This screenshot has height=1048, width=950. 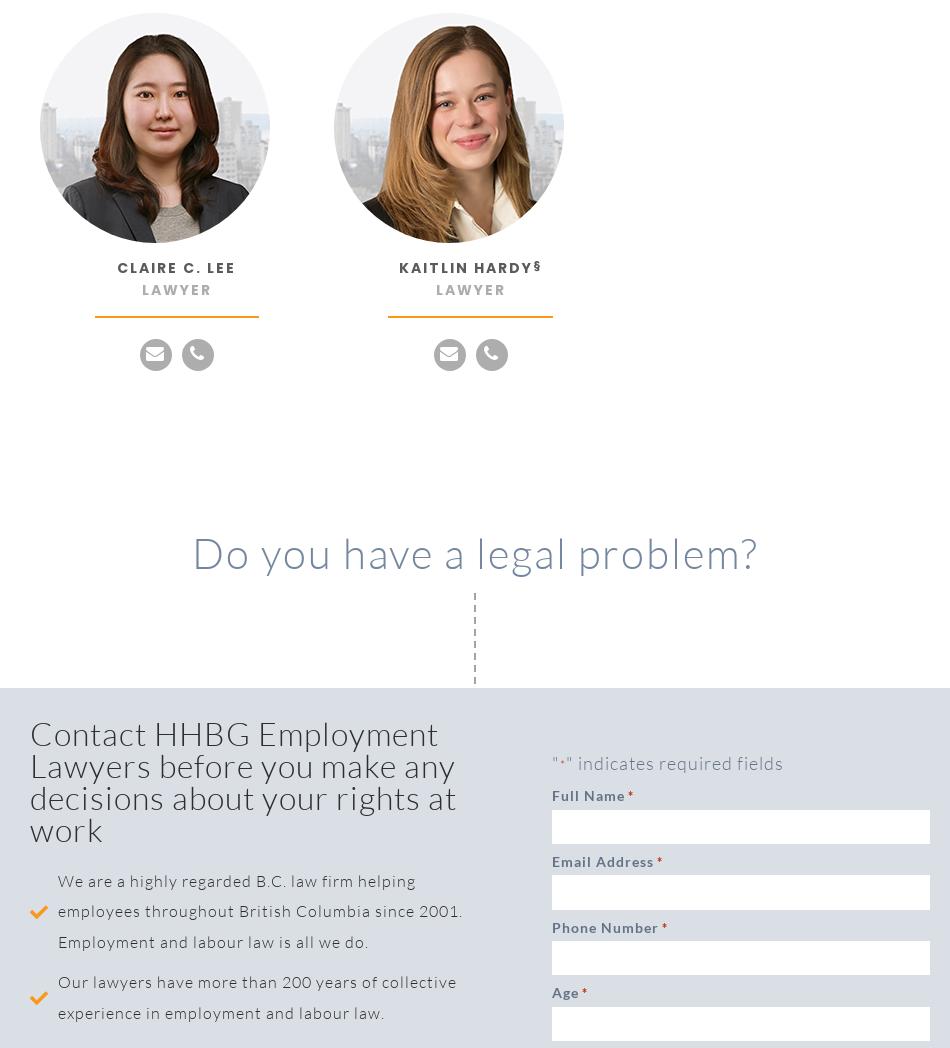 What do you see at coordinates (604, 926) in the screenshot?
I see `'Phone Number'` at bounding box center [604, 926].